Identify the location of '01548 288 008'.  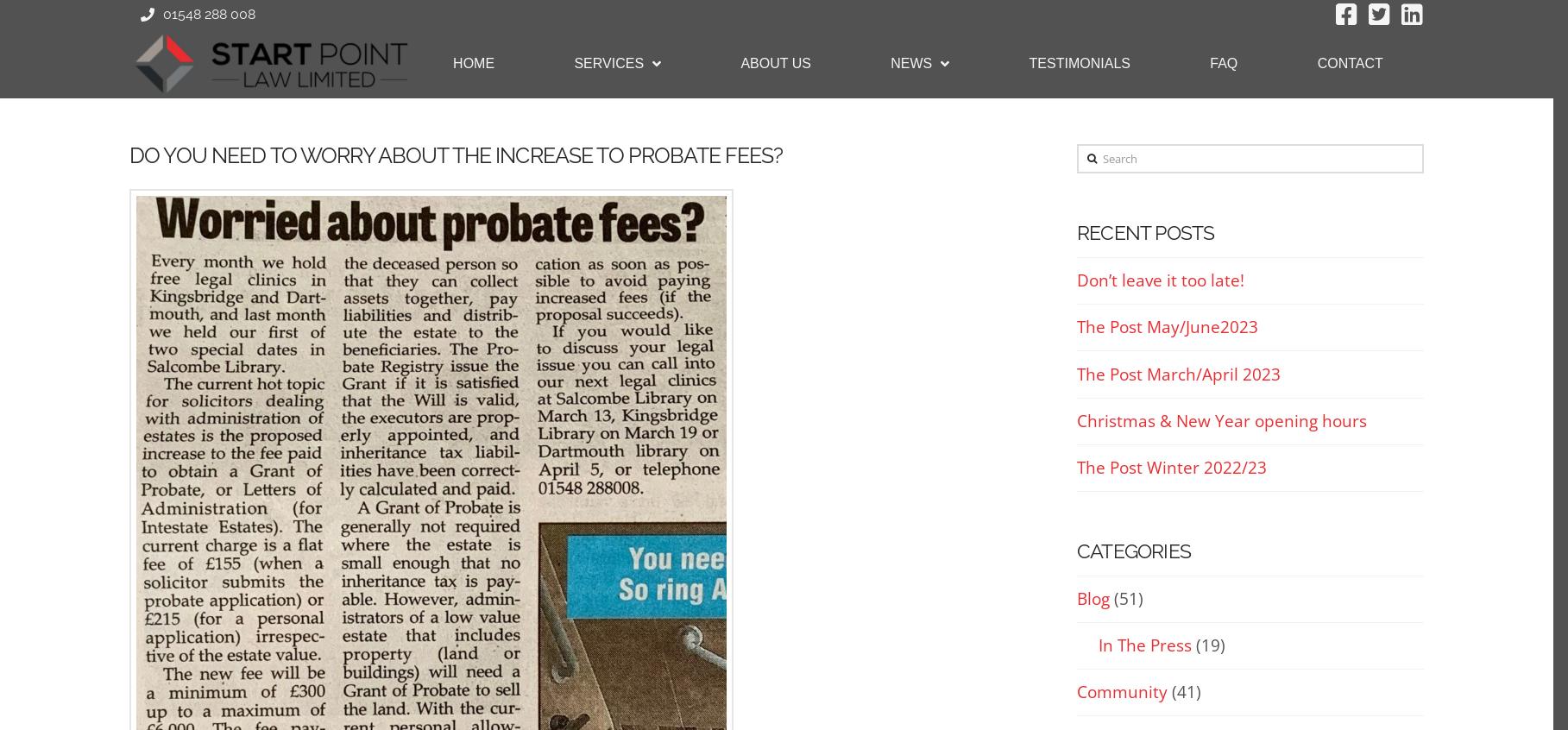
(209, 13).